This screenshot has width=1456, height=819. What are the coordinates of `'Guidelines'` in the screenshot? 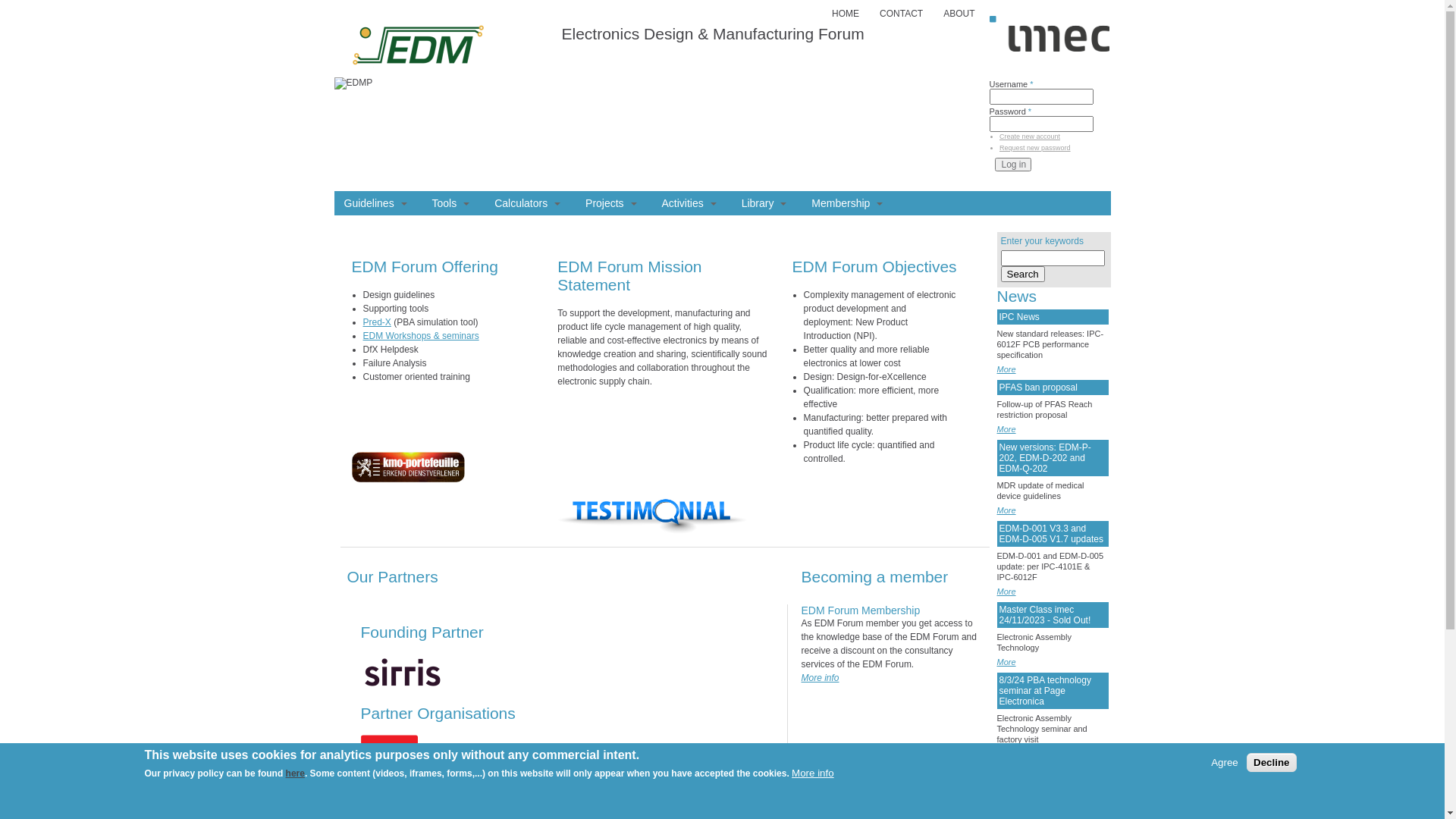 It's located at (375, 202).